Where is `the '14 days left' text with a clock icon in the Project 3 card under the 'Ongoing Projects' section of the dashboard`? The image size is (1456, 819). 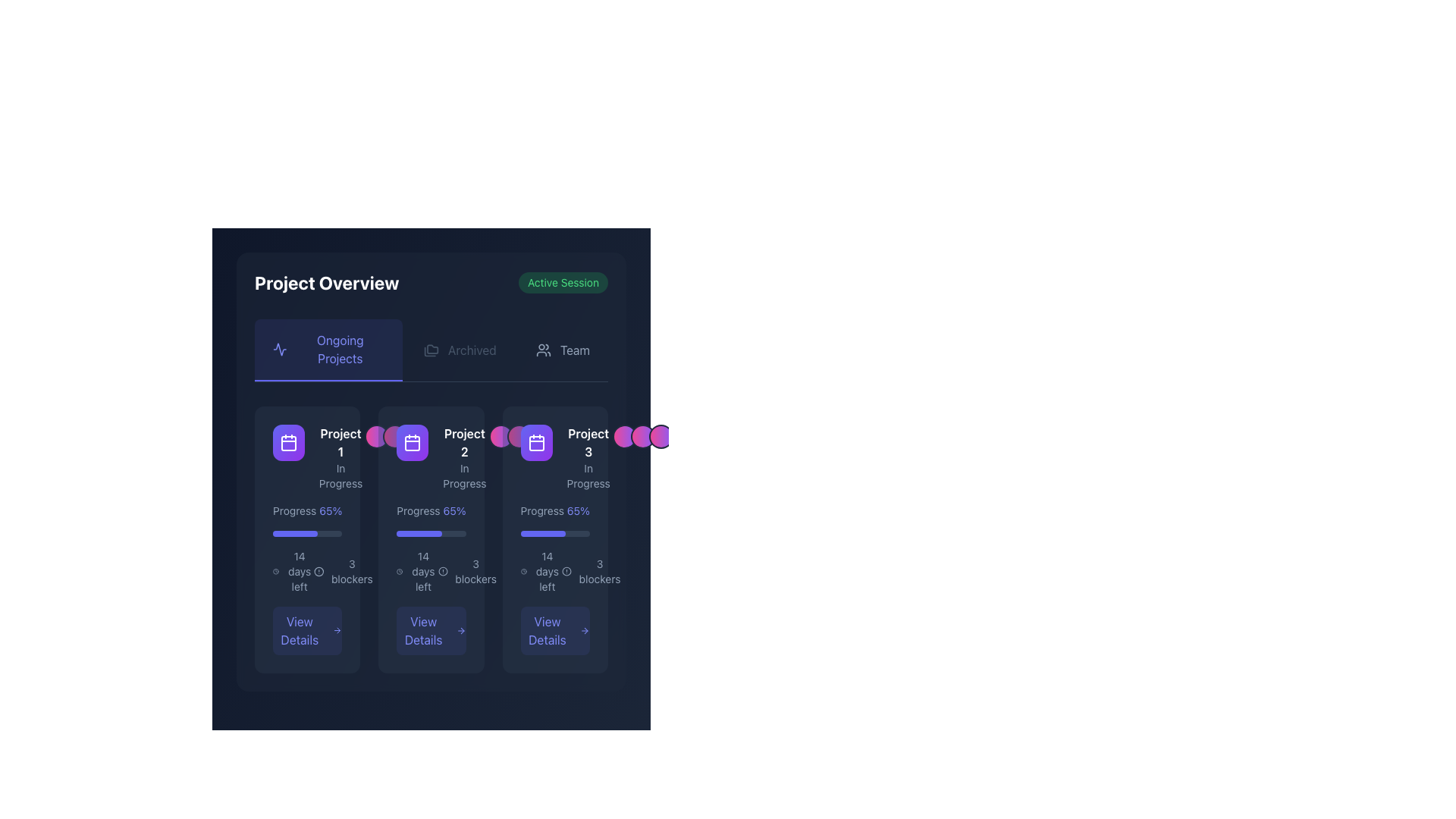 the '14 days left' text with a clock icon in the Project 3 card under the 'Ongoing Projects' section of the dashboard is located at coordinates (541, 571).